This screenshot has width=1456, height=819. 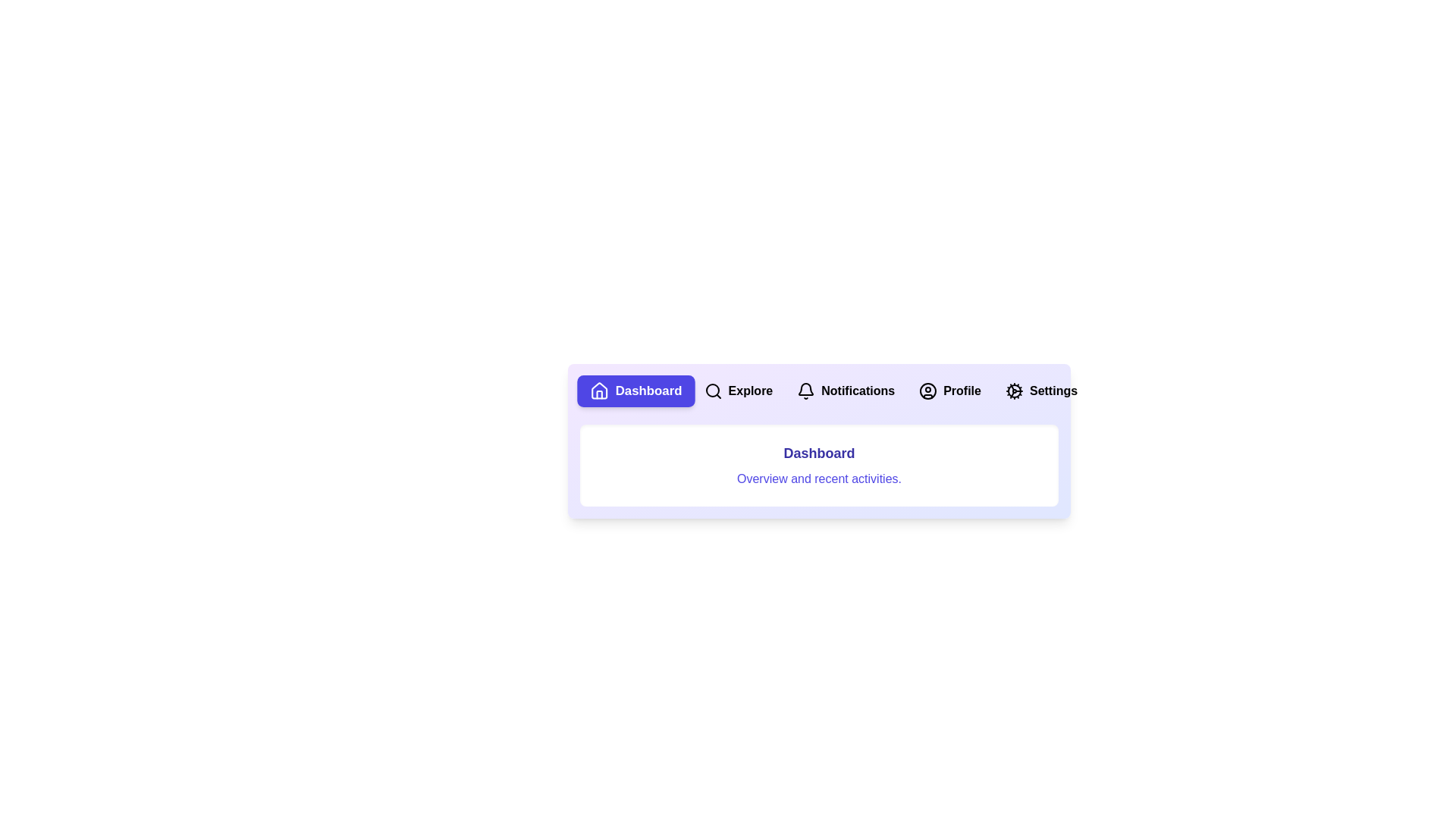 I want to click on the icon of the tab labeled Dashboard, so click(x=598, y=391).